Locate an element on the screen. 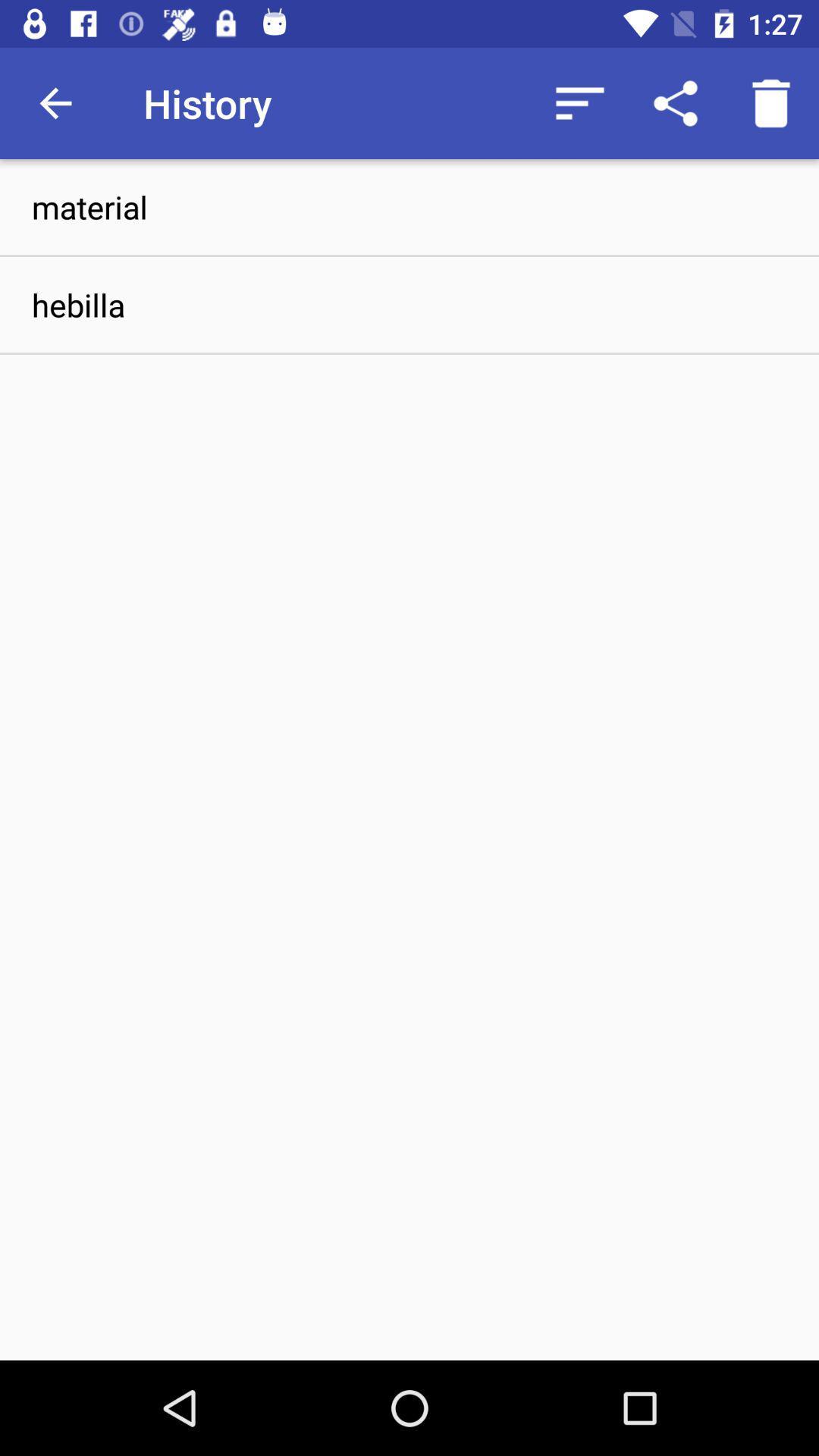 This screenshot has width=819, height=1456. the icon to the right of the history is located at coordinates (579, 102).